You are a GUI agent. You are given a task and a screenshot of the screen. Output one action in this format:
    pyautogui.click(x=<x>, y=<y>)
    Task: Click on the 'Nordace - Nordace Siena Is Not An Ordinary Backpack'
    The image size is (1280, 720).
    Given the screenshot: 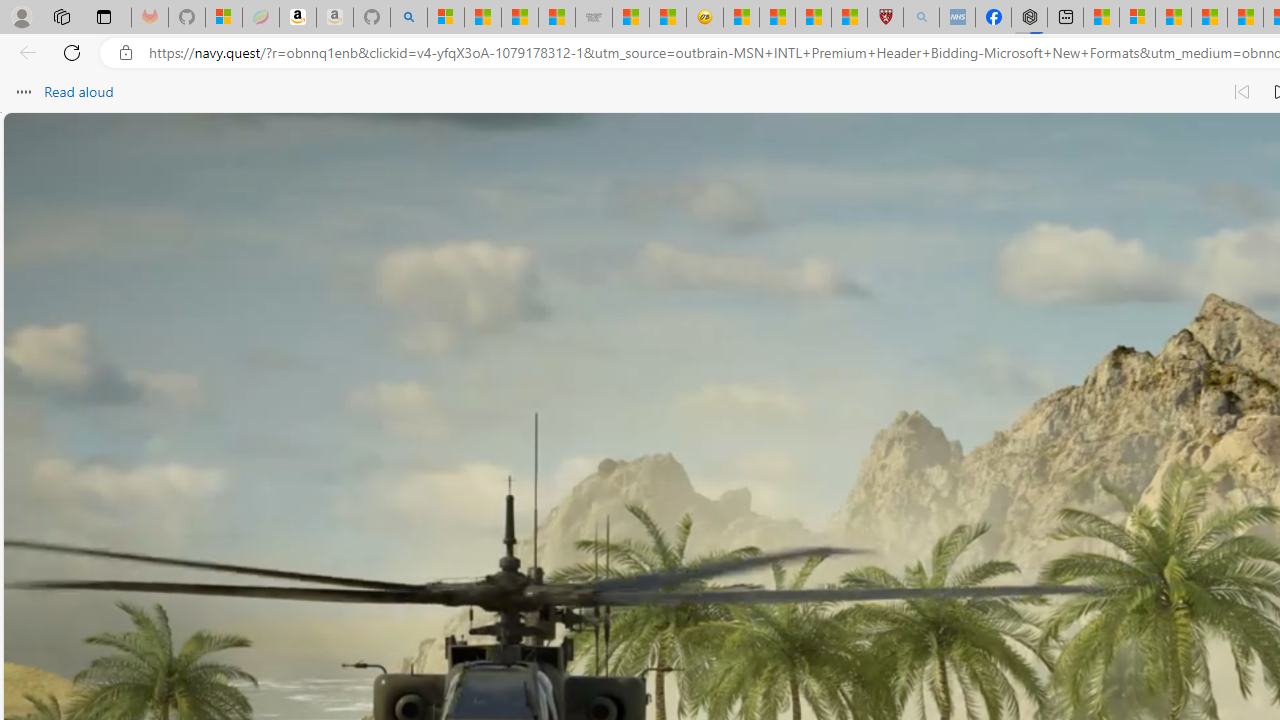 What is the action you would take?
    pyautogui.click(x=1029, y=17)
    